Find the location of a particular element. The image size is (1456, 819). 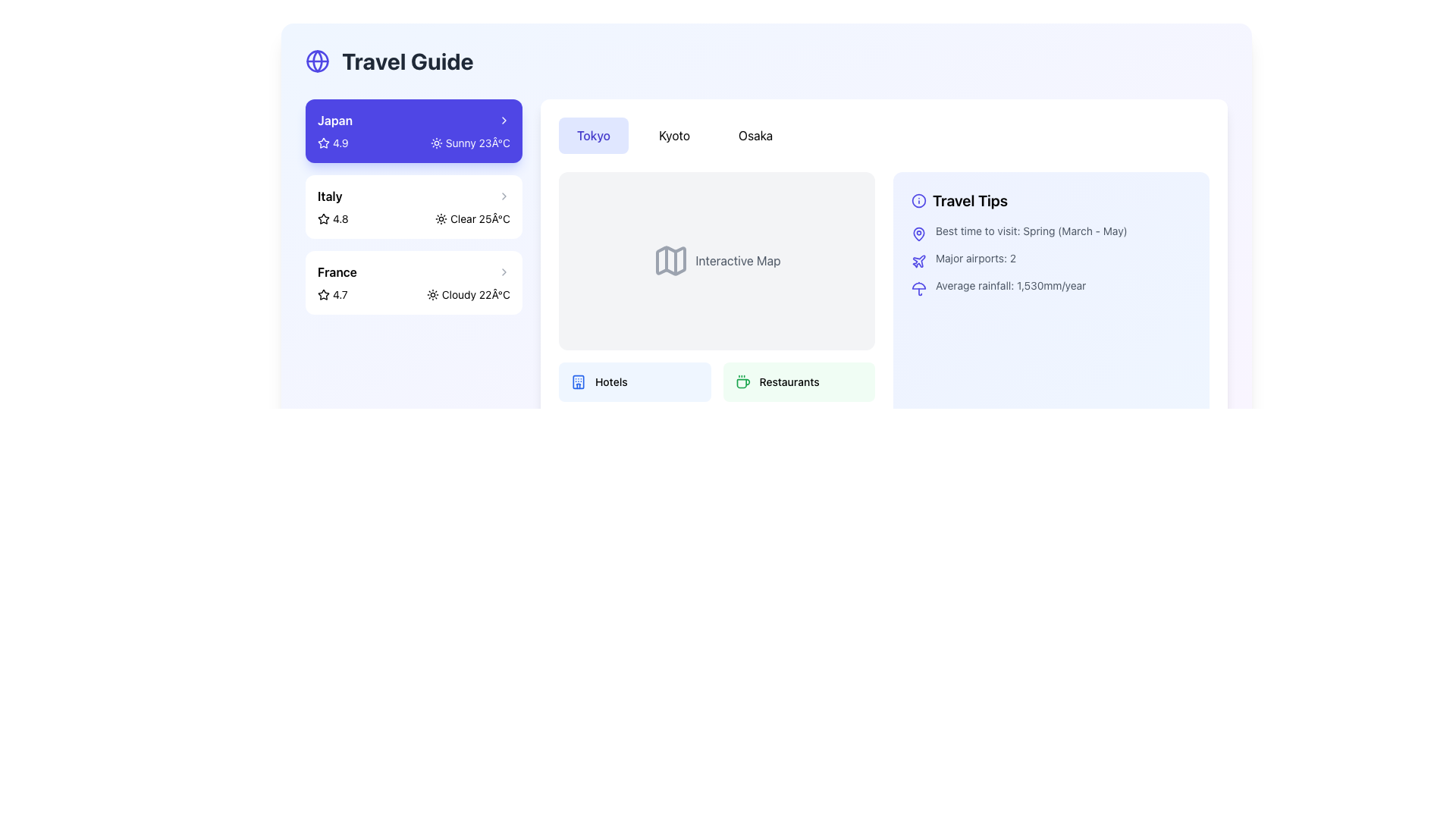

the star icon representing the rating '4.7' located in the 'France' list item of the 'Travel Guide' panel to initiate an interaction is located at coordinates (331, 295).